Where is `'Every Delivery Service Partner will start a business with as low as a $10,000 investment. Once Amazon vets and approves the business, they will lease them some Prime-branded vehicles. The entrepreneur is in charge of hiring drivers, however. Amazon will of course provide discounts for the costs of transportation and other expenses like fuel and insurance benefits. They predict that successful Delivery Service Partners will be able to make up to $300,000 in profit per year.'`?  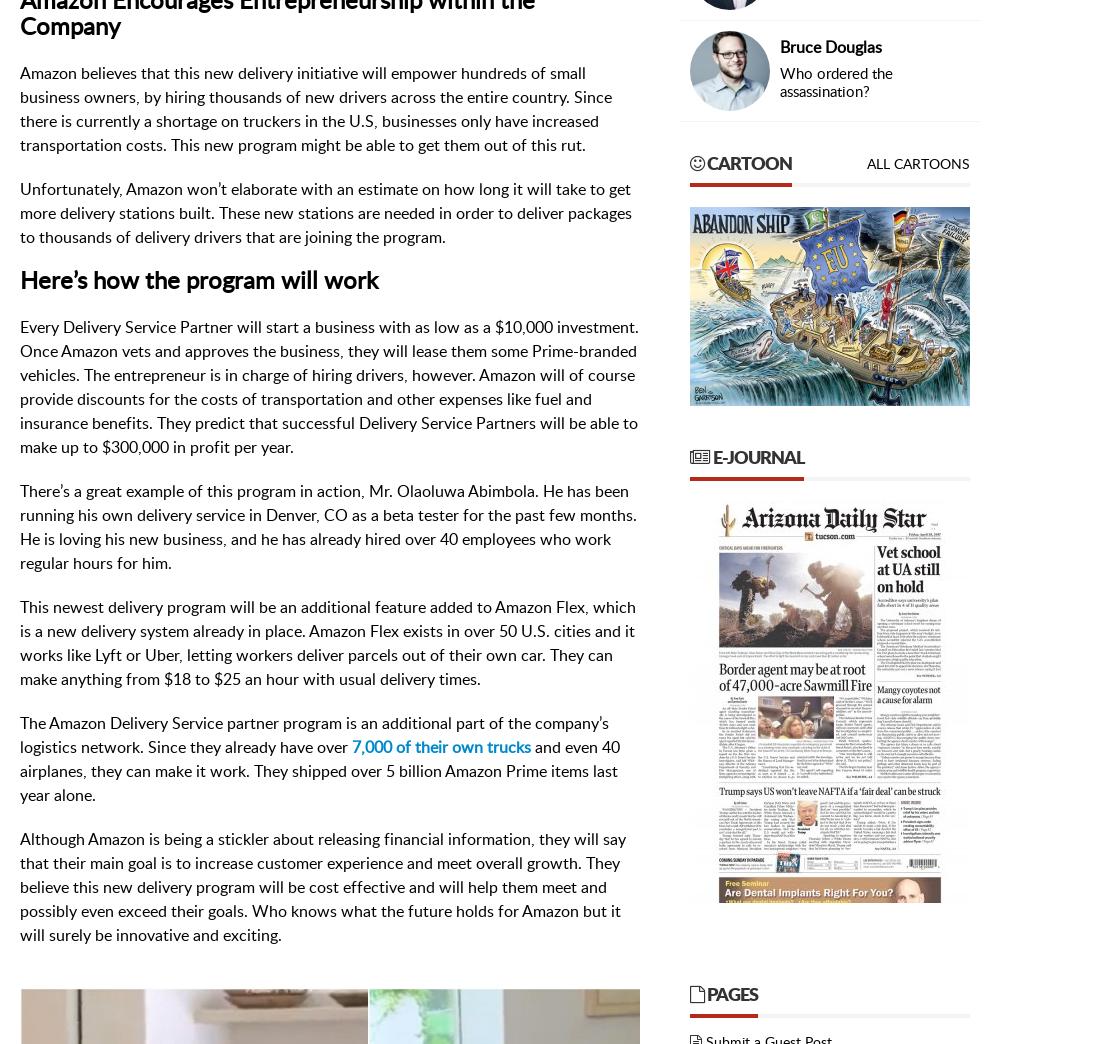 'Every Delivery Service Partner will start a business with as low as a $10,000 investment. Once Amazon vets and approves the business, they will lease them some Prime-branded vehicles. The entrepreneur is in charge of hiring drivers, however. Amazon will of course provide discounts for the costs of transportation and other expenses like fuel and insurance benefits. They predict that successful Delivery Service Partners will be able to make up to $300,000 in profit per year.' is located at coordinates (19, 387).